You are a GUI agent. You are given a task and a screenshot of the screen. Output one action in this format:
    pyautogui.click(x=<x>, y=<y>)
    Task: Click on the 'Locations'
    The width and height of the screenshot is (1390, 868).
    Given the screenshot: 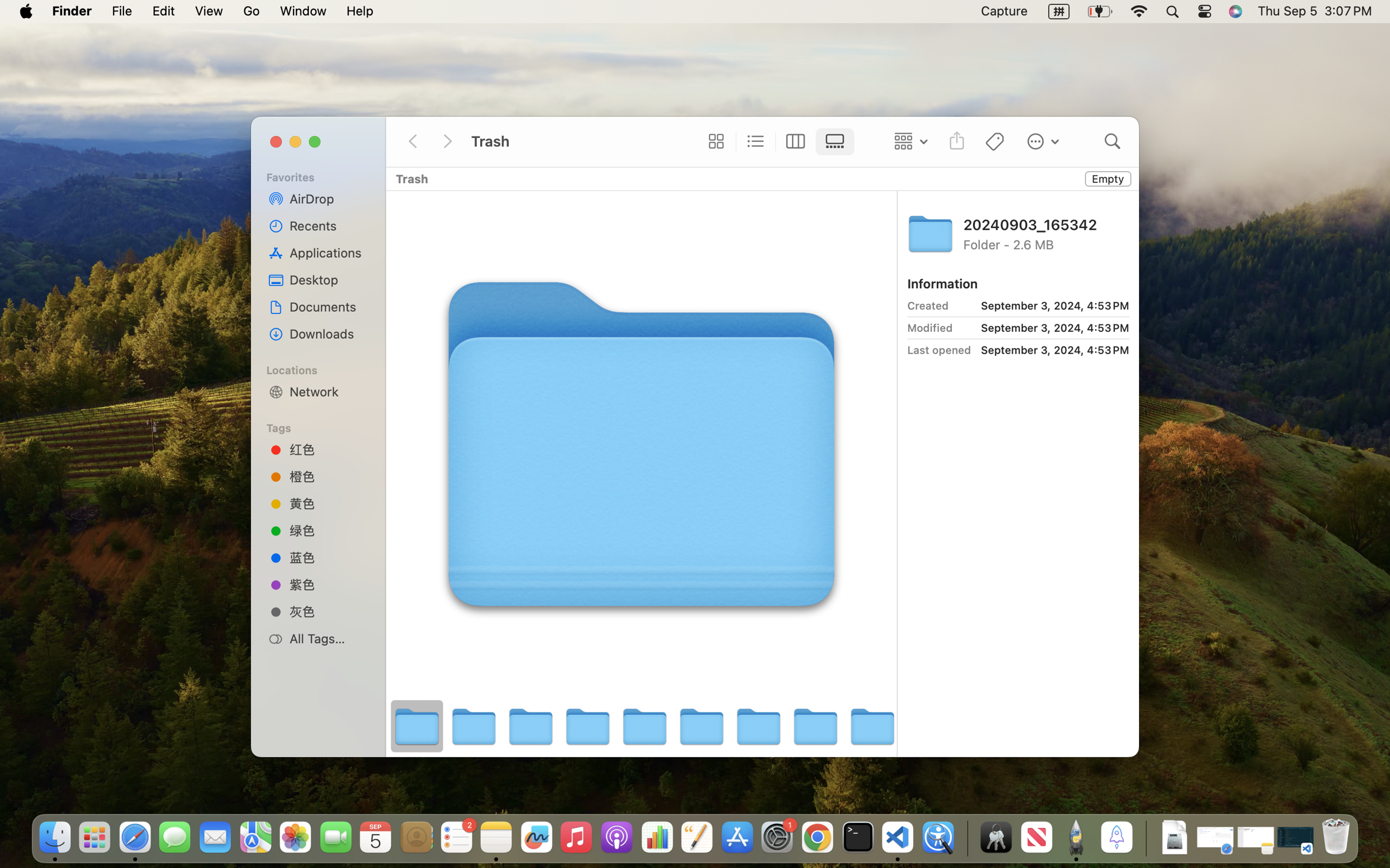 What is the action you would take?
    pyautogui.click(x=324, y=369)
    